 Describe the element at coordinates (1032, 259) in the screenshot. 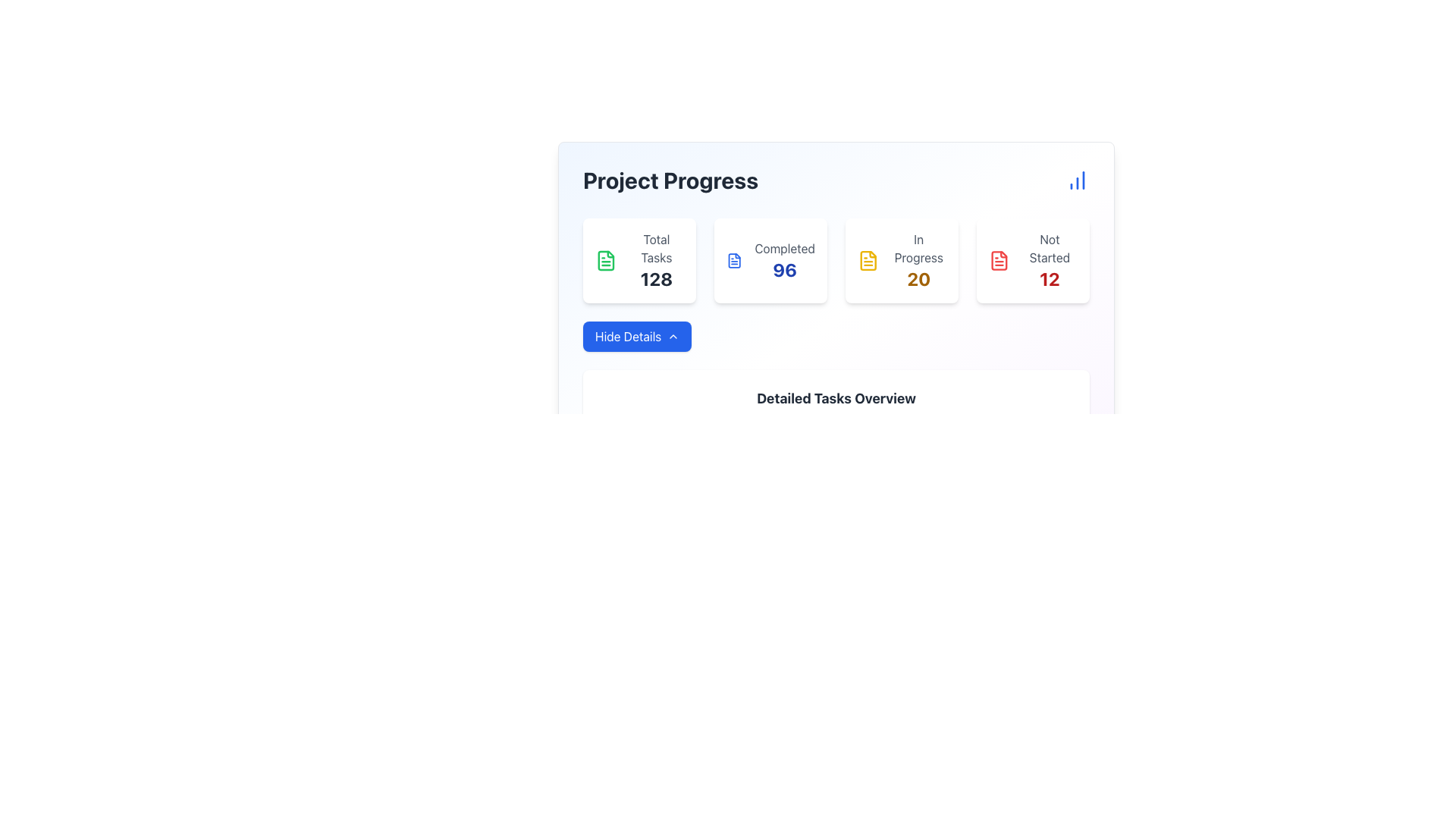

I see `the Informational Card that displays the count of tasks not started, located at the far right of the row below the heading 'Project Progress'` at that location.